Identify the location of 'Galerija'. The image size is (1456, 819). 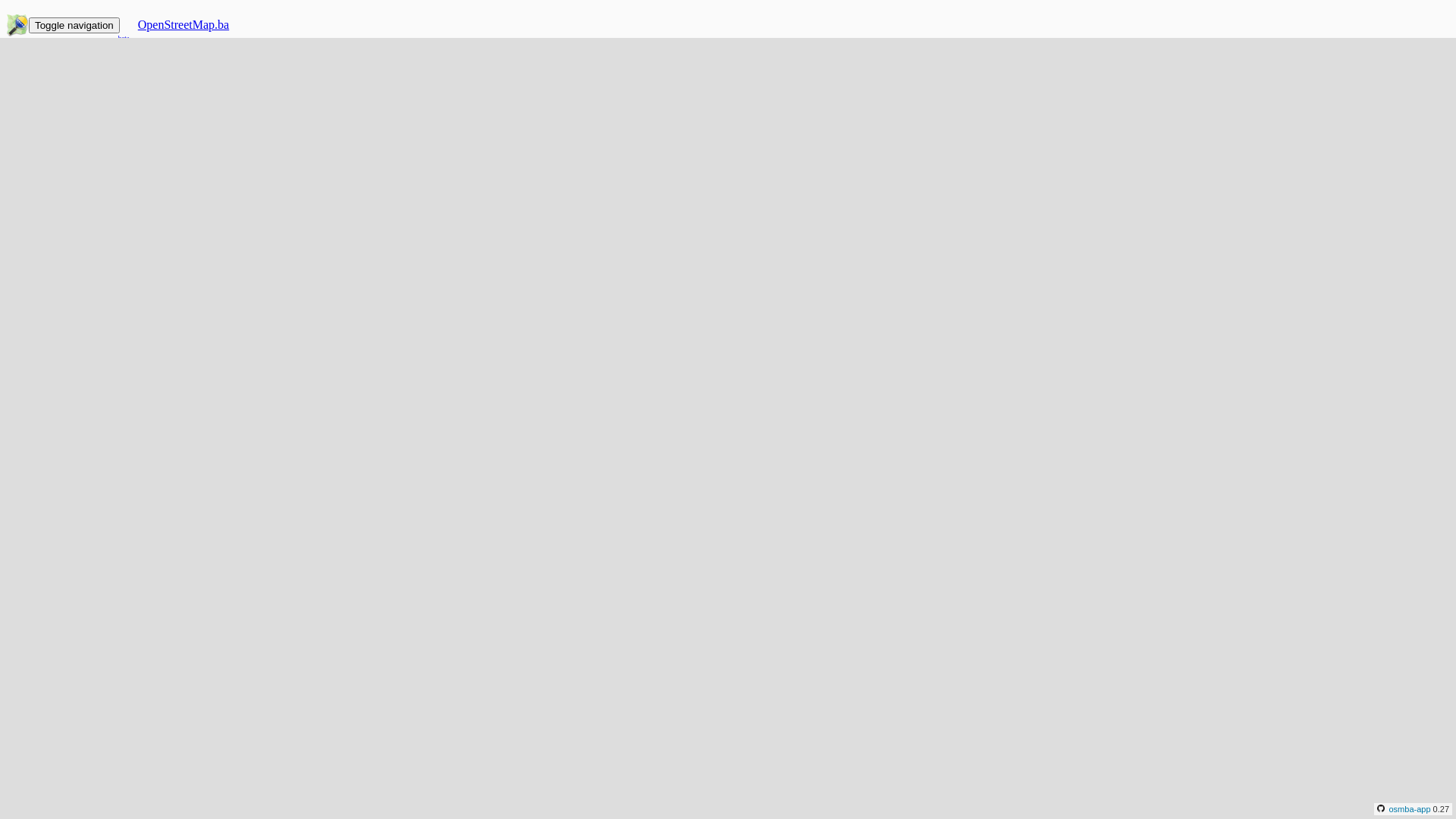
(55, 102).